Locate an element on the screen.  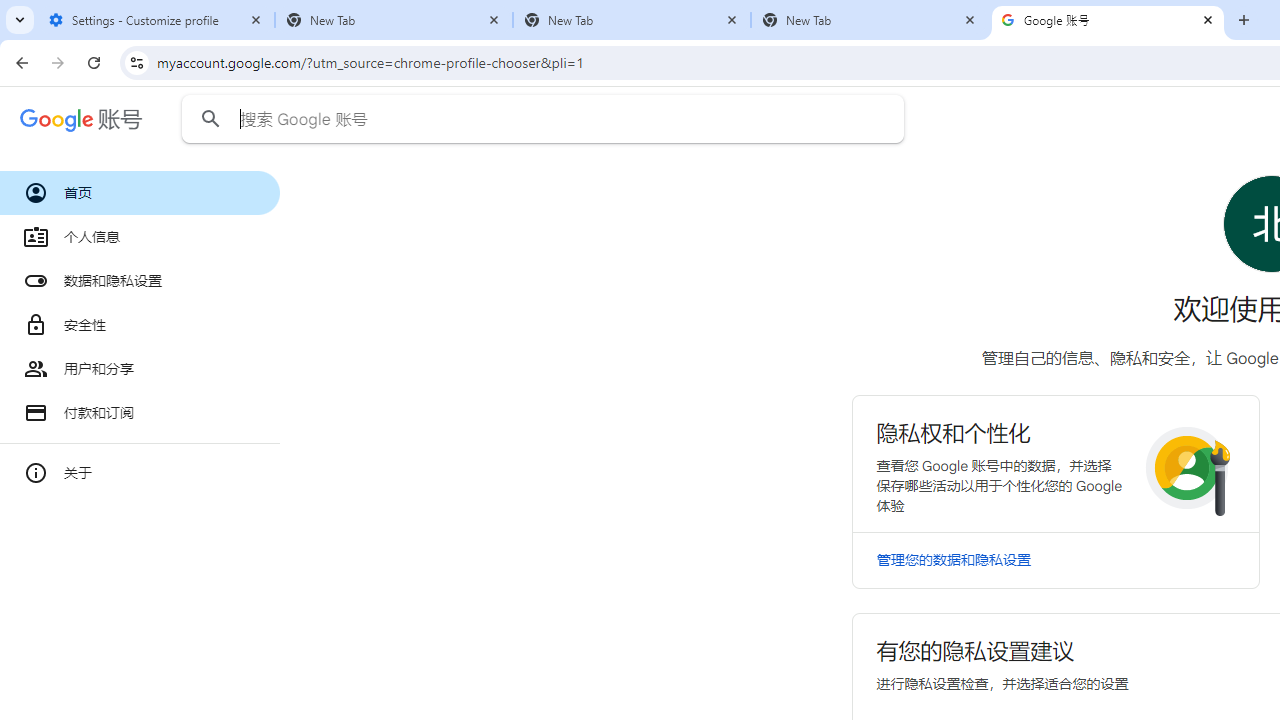
'New Tab' is located at coordinates (870, 20).